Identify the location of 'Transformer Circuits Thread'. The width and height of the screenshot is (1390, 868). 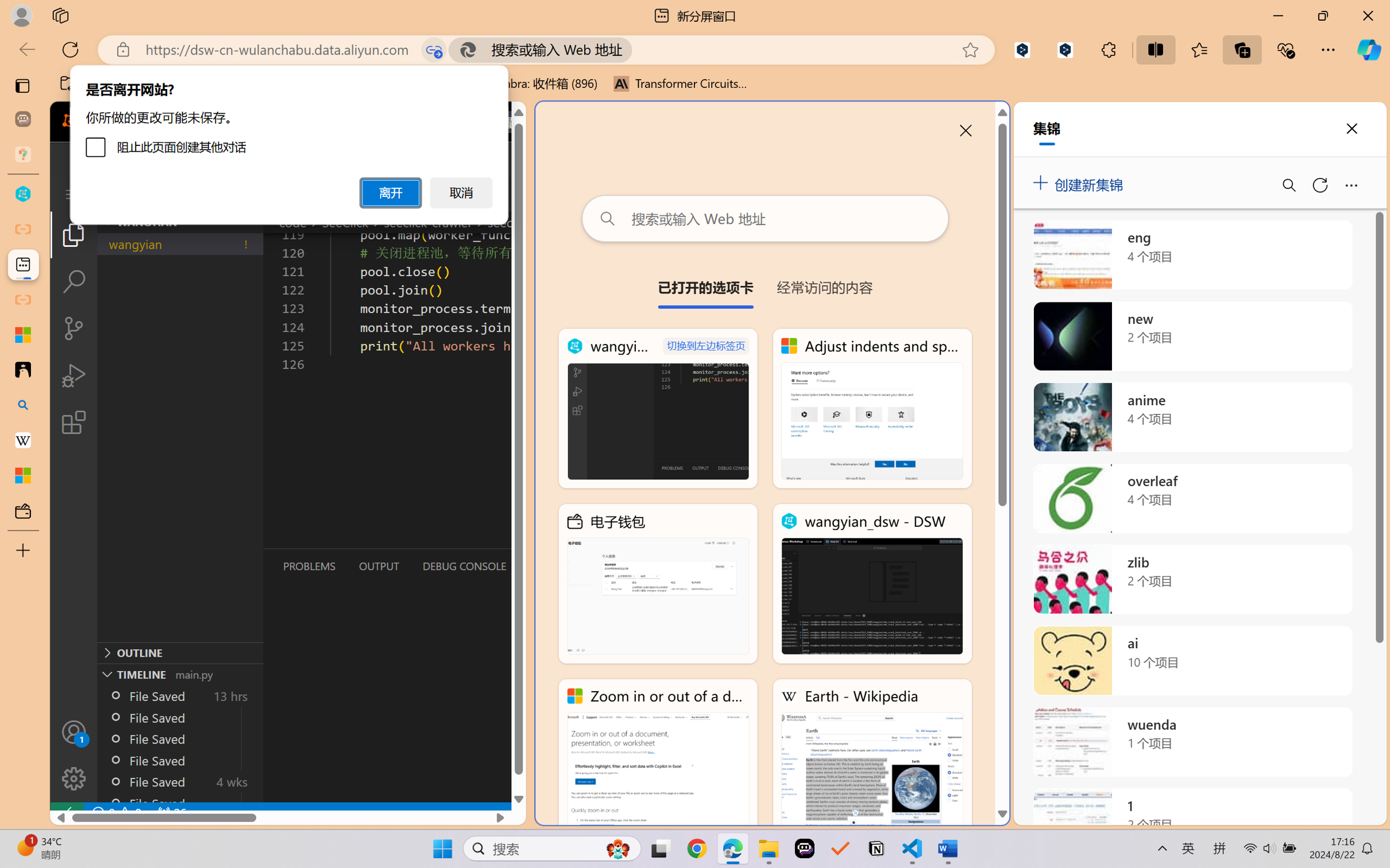
(680, 83).